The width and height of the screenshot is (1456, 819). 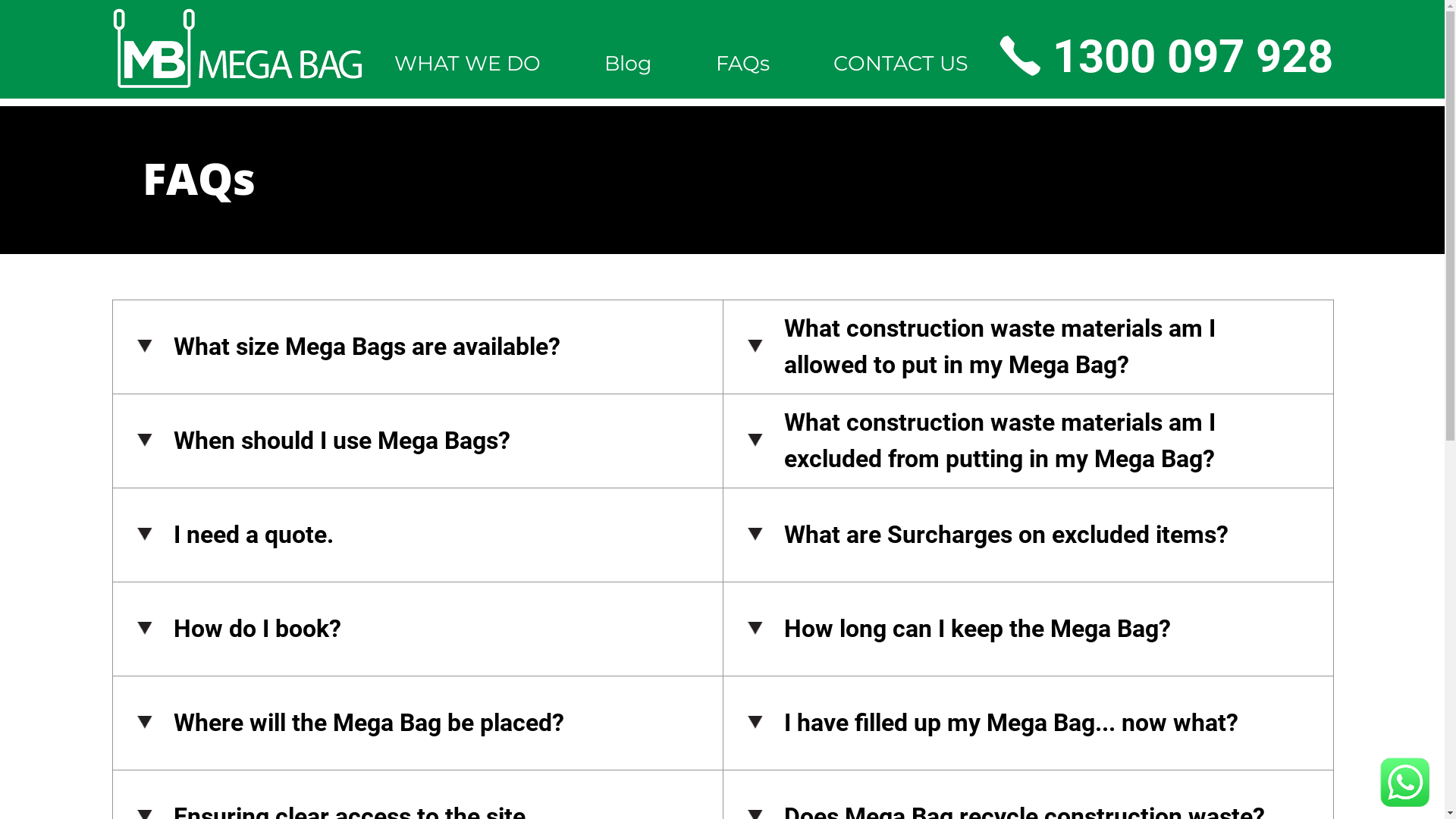 What do you see at coordinates (899, 61) in the screenshot?
I see `'CONTACT US'` at bounding box center [899, 61].